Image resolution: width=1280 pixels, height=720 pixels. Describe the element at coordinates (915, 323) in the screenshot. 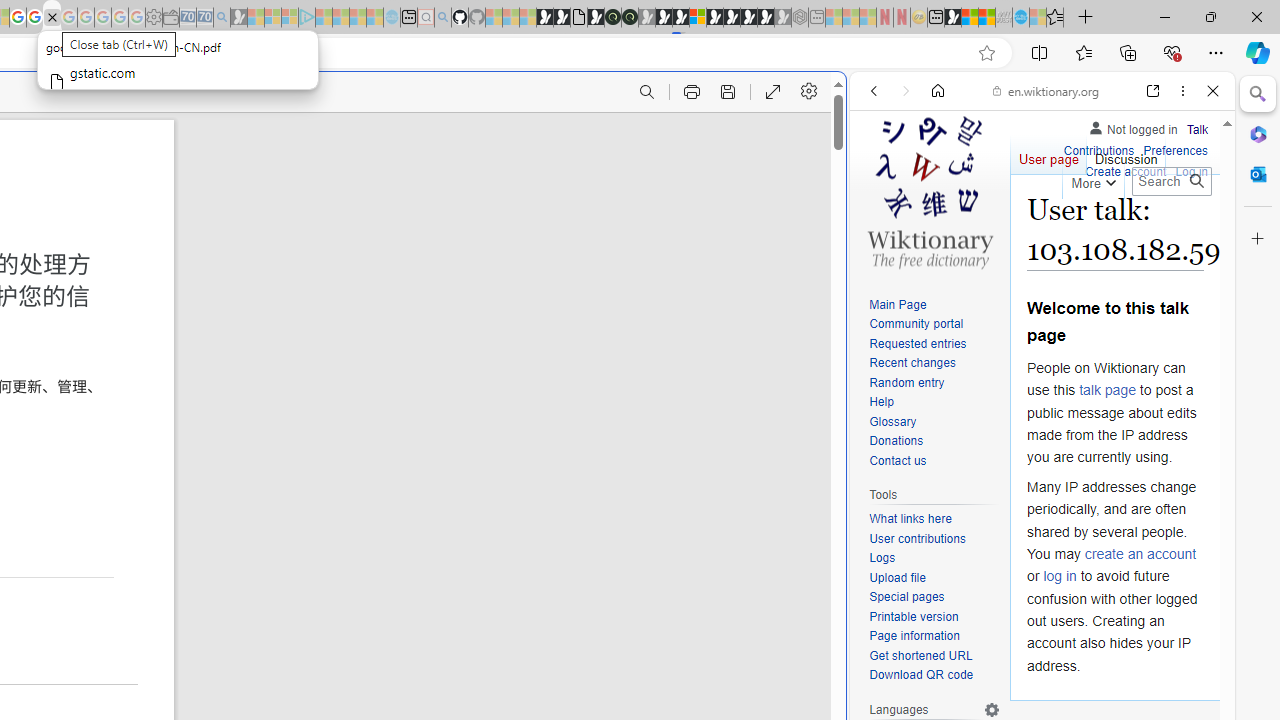

I see `'Community portal'` at that location.